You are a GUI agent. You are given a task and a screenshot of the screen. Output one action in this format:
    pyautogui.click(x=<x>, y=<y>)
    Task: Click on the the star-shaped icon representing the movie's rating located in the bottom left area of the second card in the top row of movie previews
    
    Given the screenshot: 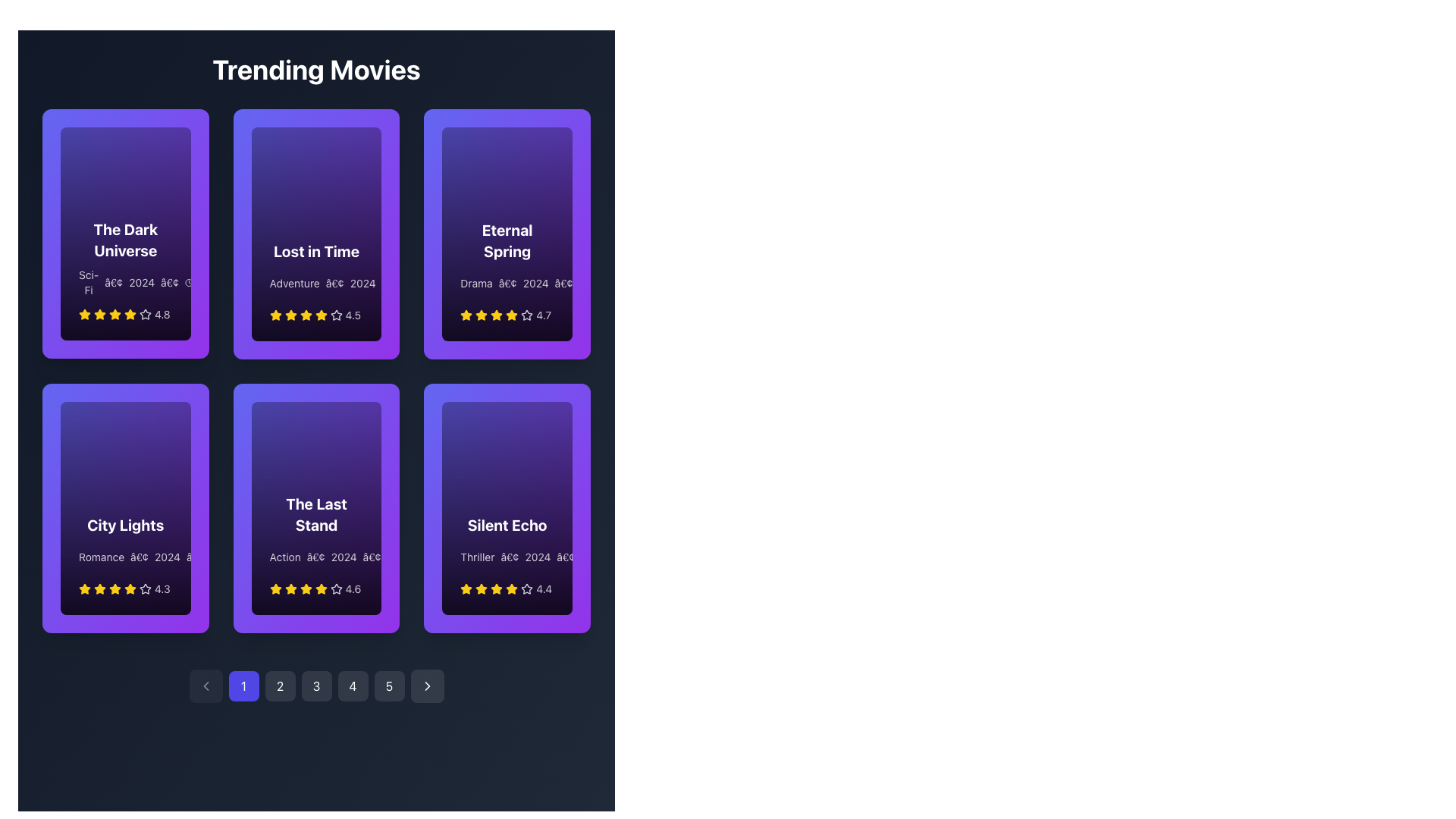 What is the action you would take?
    pyautogui.click(x=275, y=314)
    